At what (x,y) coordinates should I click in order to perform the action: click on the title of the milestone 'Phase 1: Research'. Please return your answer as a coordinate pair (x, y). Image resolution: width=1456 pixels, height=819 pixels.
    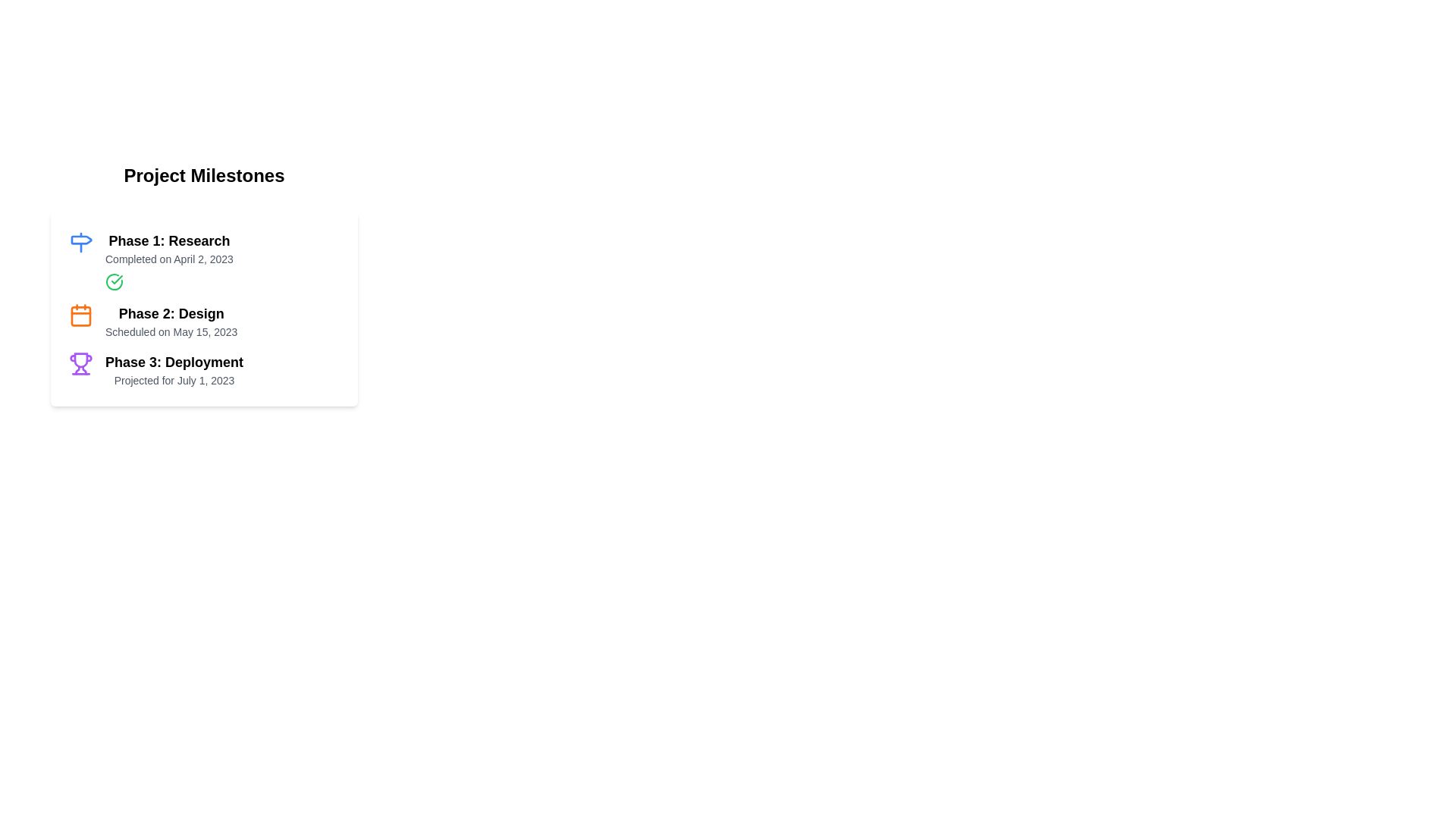
    Looking at the image, I should click on (203, 259).